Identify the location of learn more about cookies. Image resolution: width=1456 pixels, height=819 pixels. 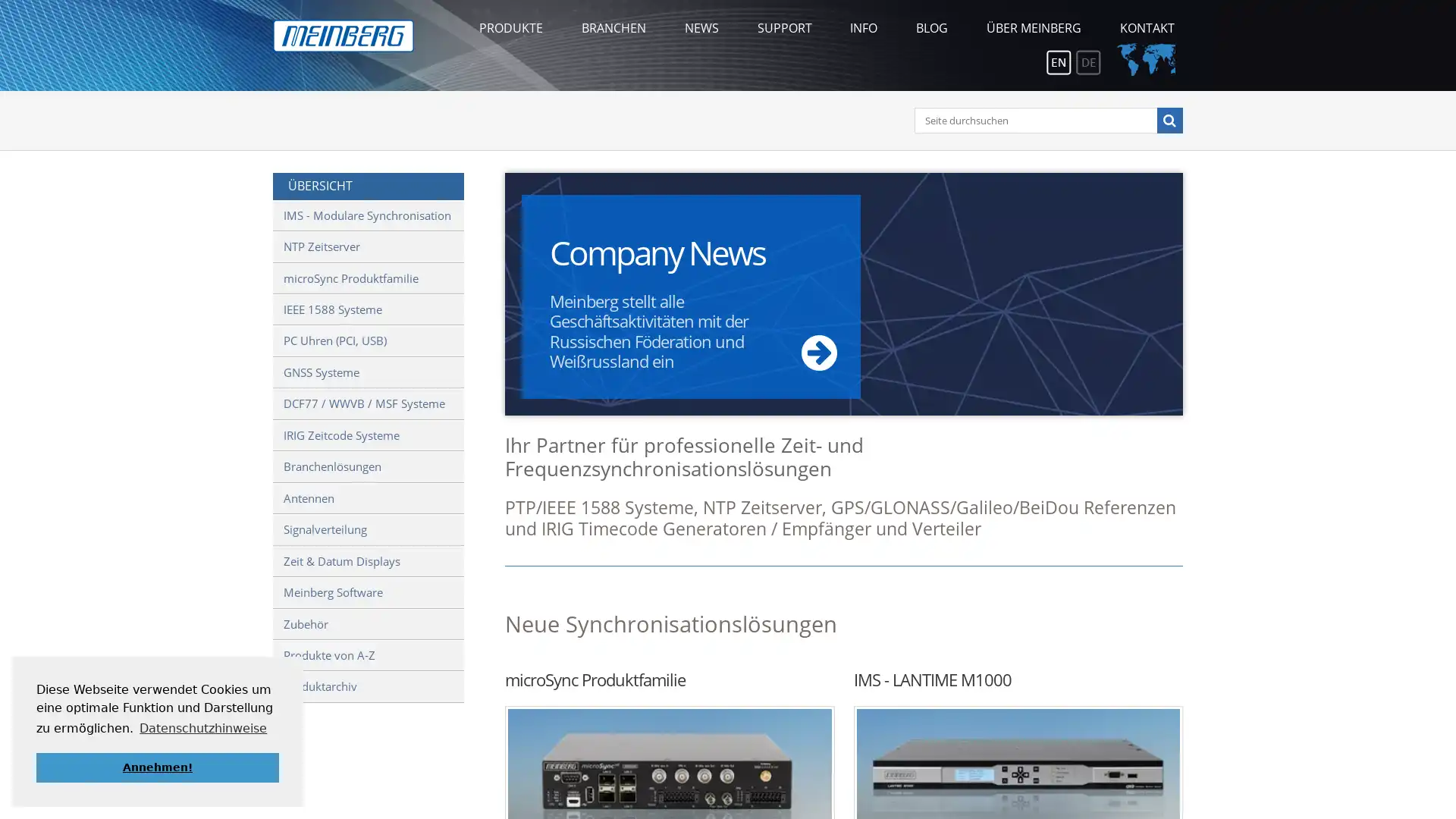
(202, 727).